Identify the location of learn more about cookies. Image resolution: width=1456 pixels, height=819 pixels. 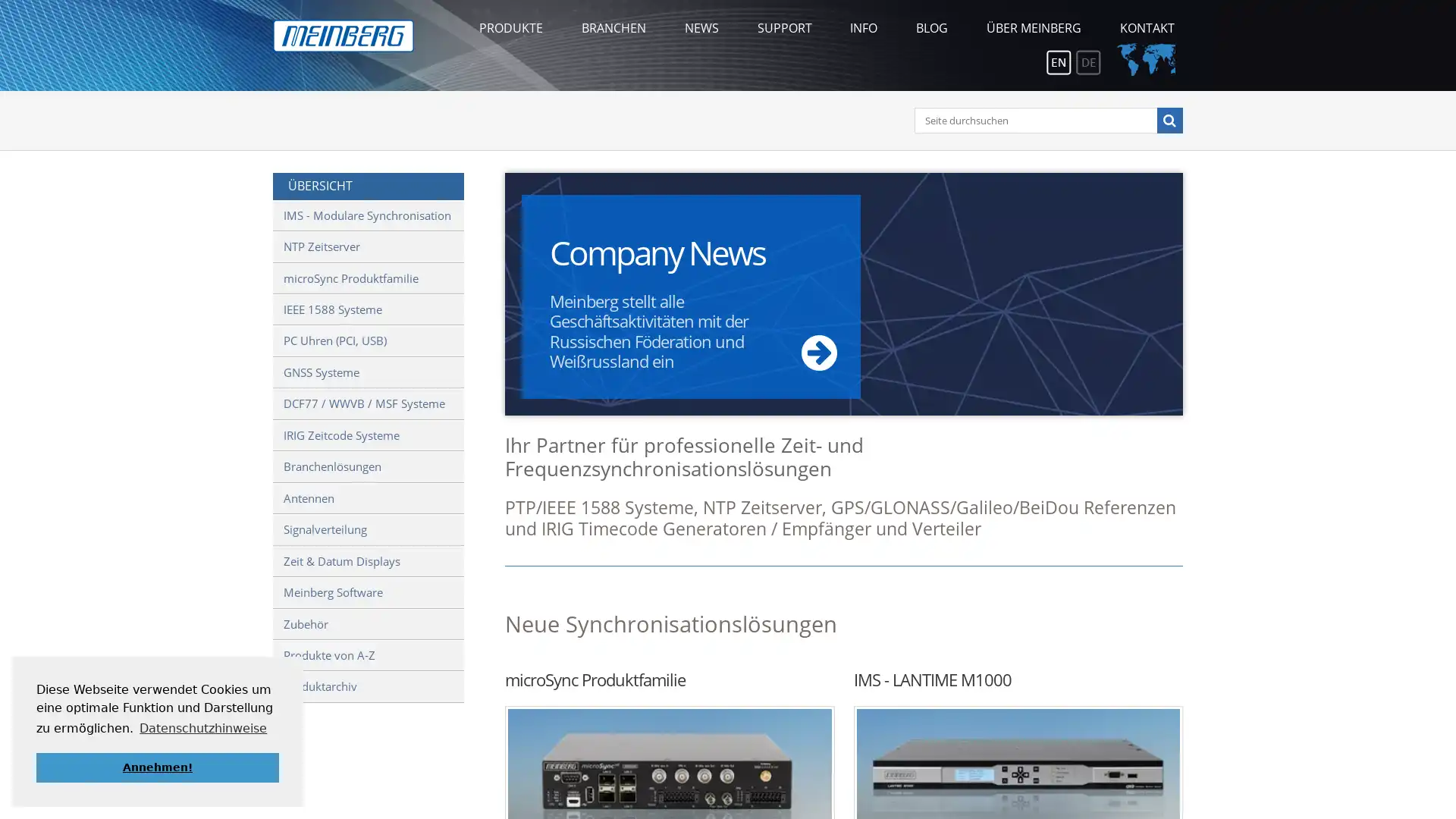
(202, 727).